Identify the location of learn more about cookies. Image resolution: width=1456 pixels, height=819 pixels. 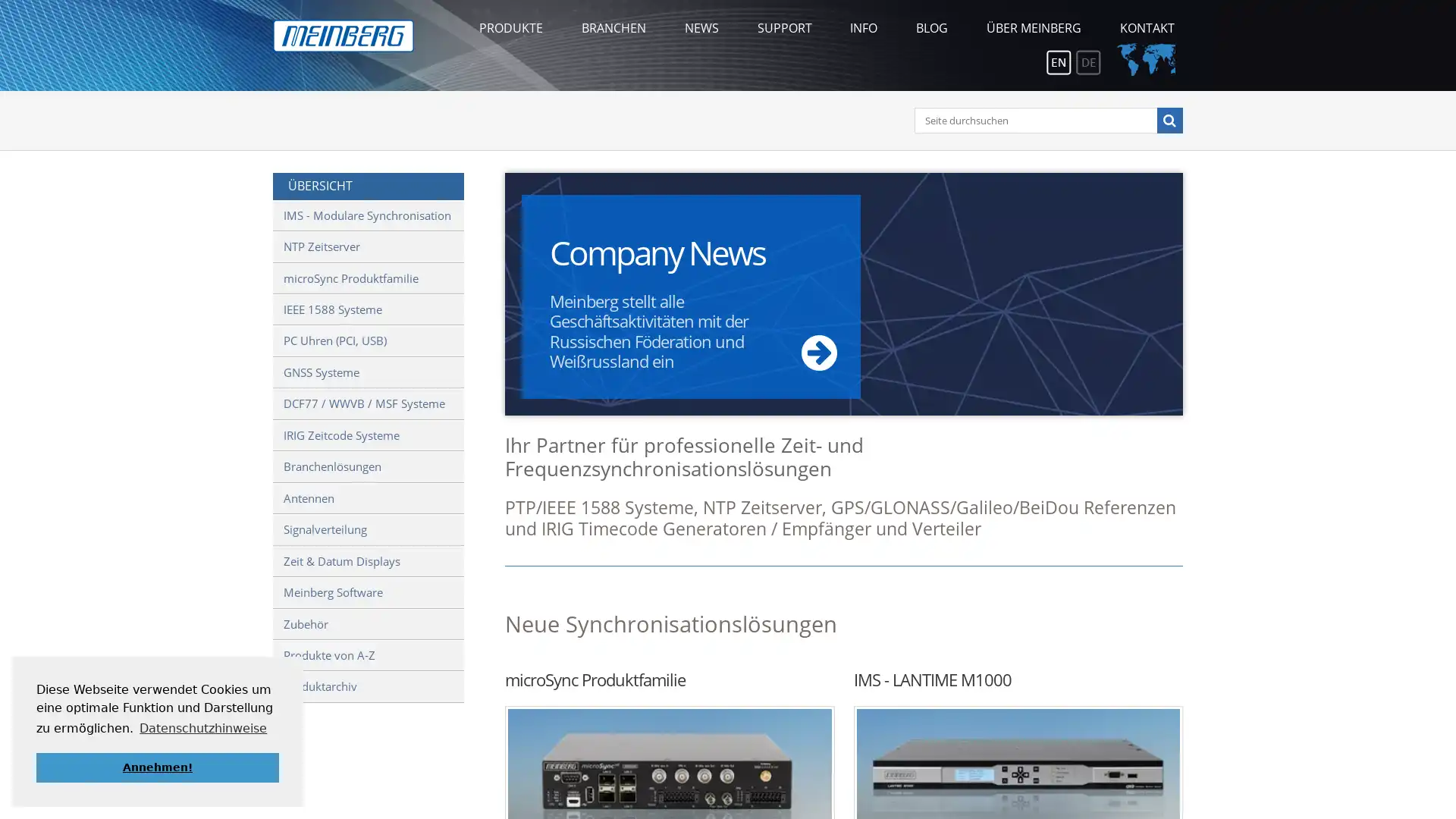
(202, 727).